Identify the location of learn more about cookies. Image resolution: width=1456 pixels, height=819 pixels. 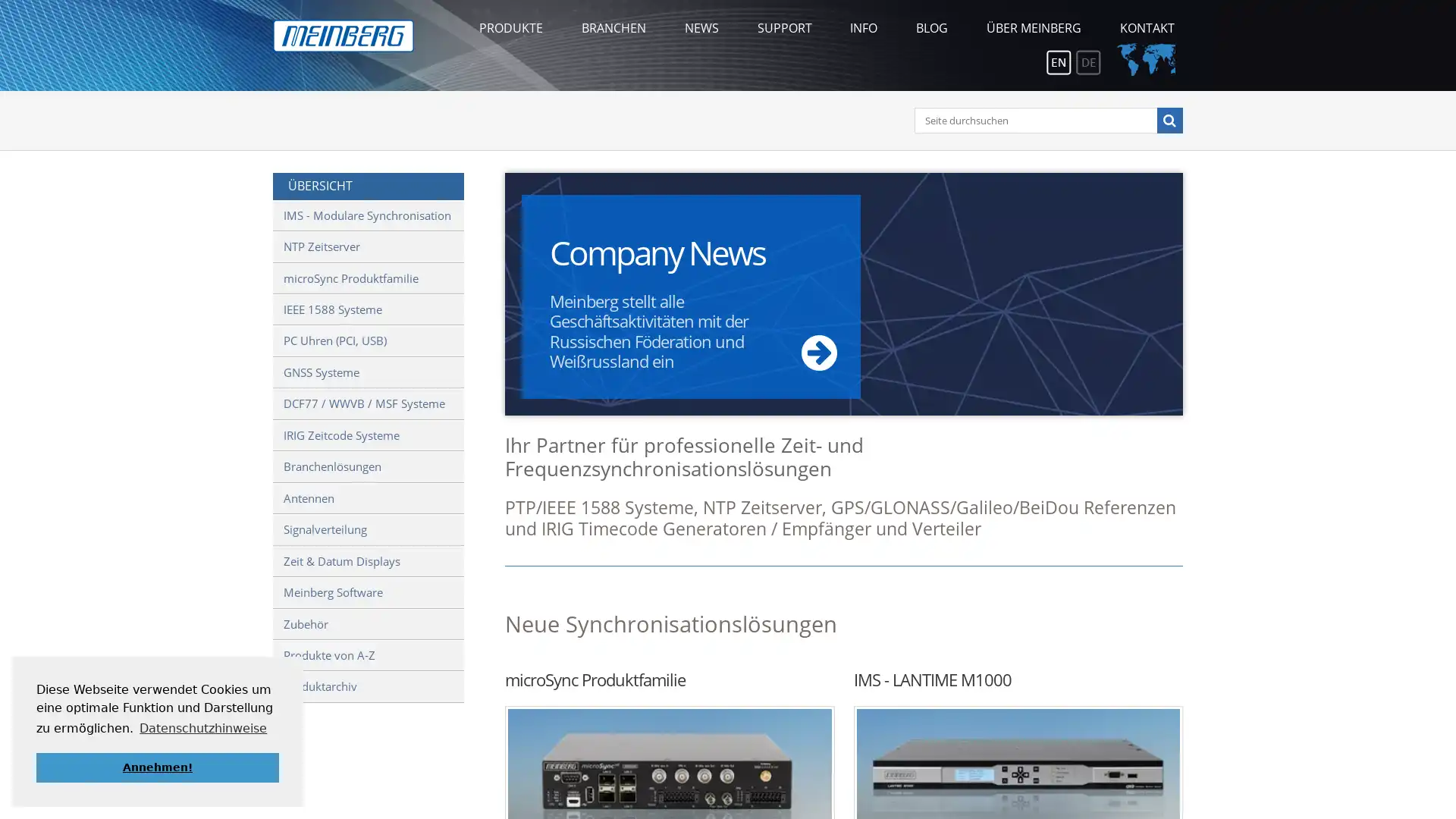
(202, 727).